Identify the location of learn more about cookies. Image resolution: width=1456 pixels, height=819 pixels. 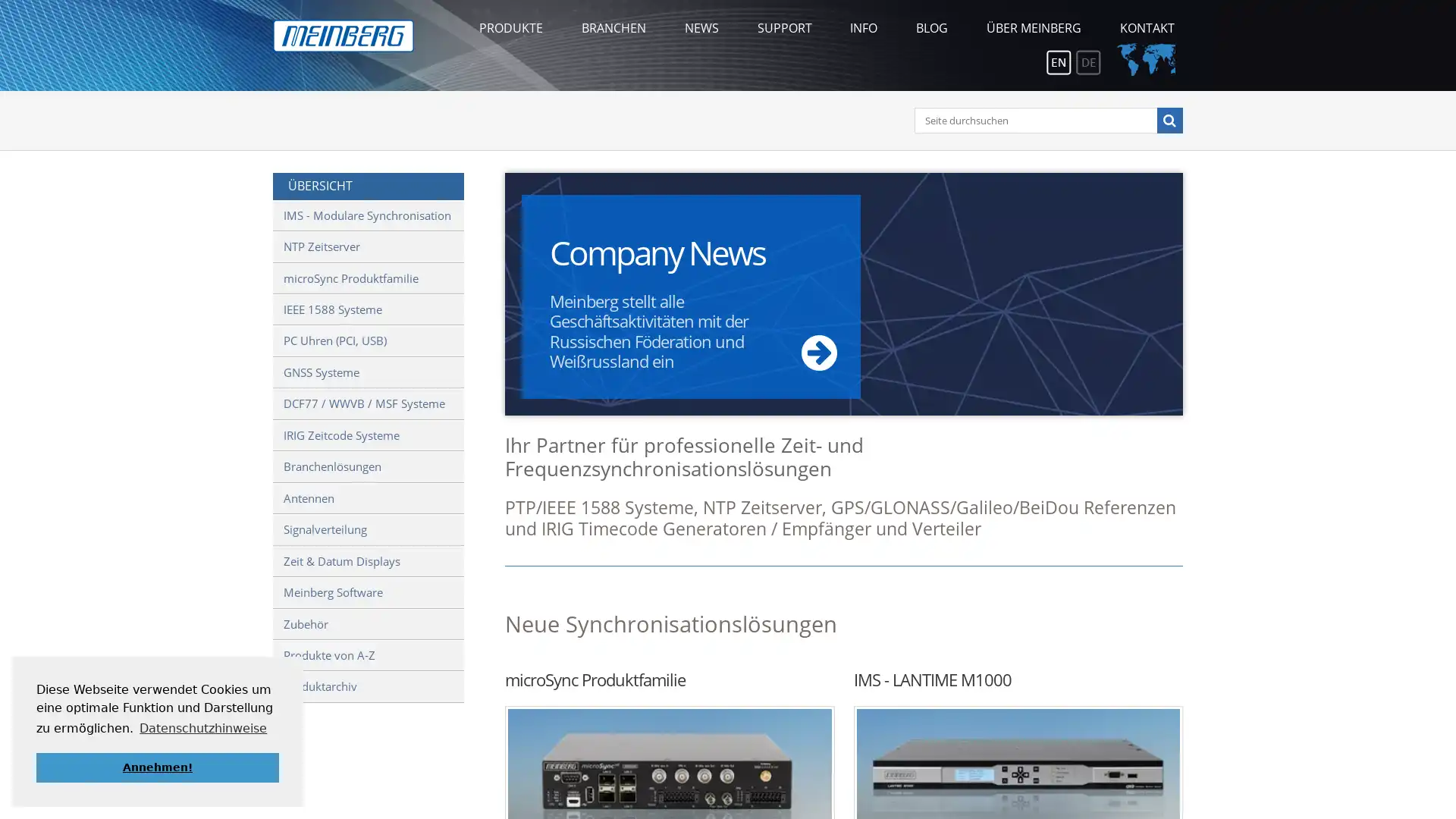
(202, 727).